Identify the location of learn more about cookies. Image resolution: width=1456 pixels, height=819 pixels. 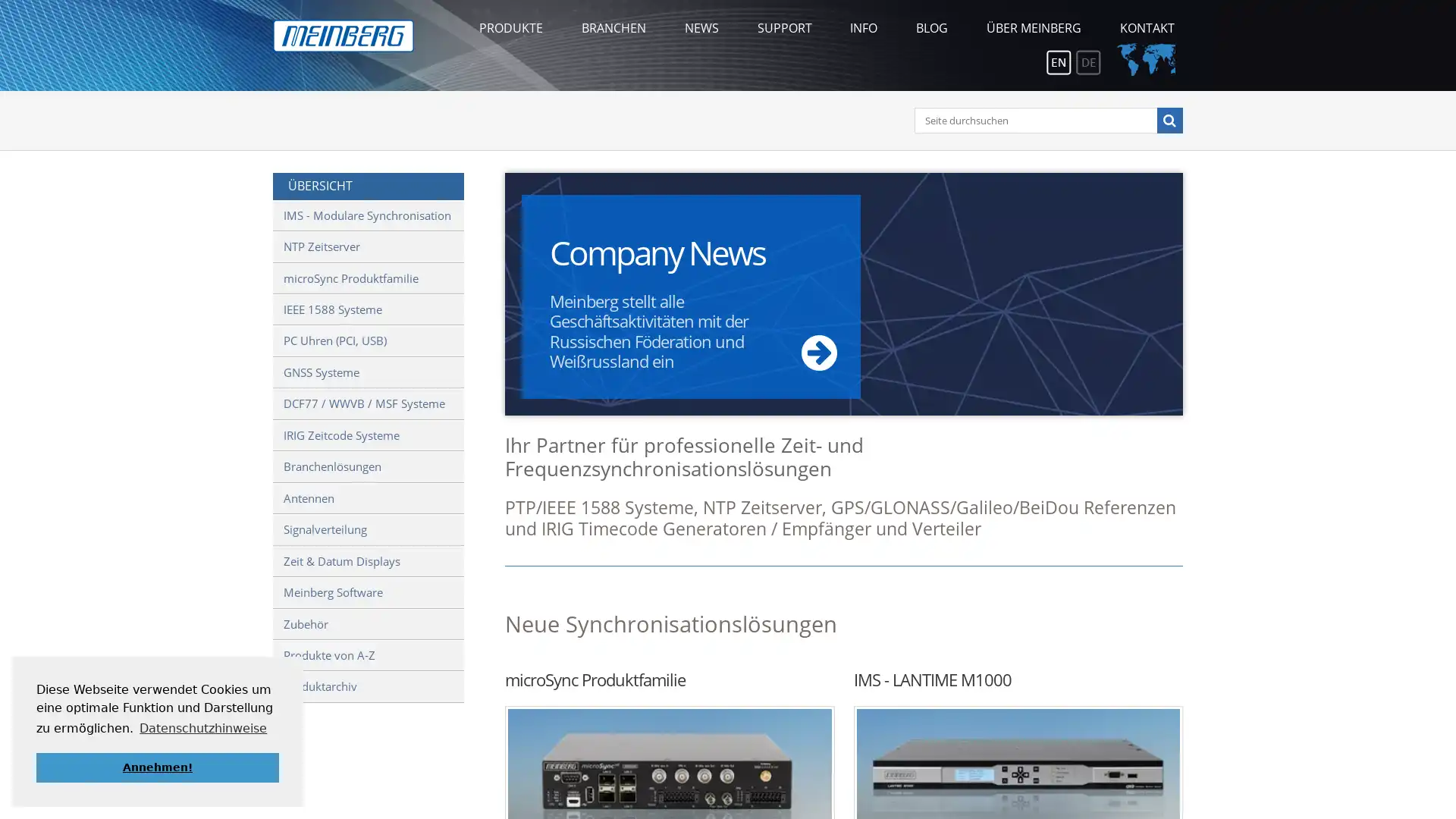
(202, 727).